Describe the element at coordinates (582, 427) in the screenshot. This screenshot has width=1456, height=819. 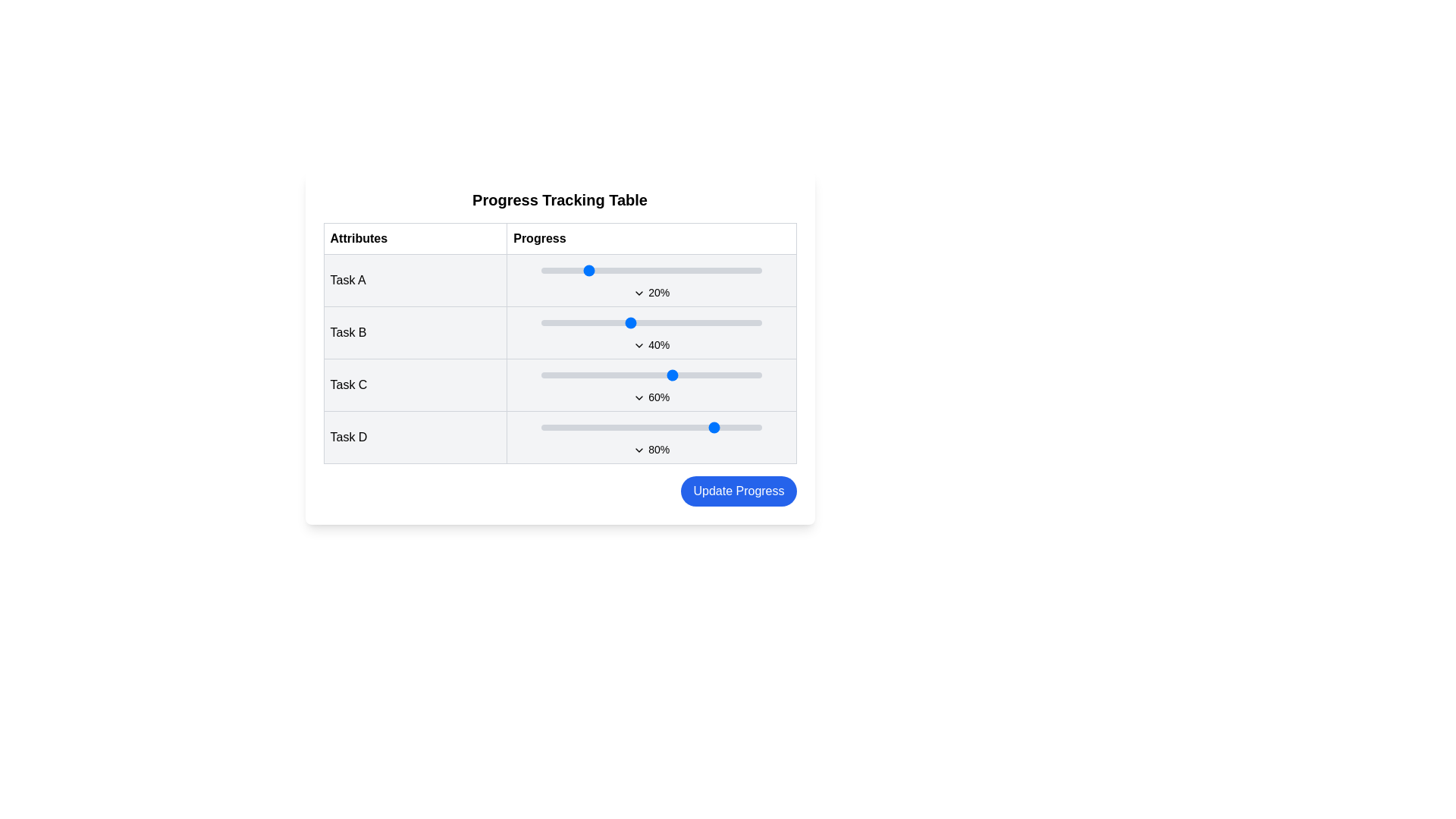
I see `task progress` at that location.